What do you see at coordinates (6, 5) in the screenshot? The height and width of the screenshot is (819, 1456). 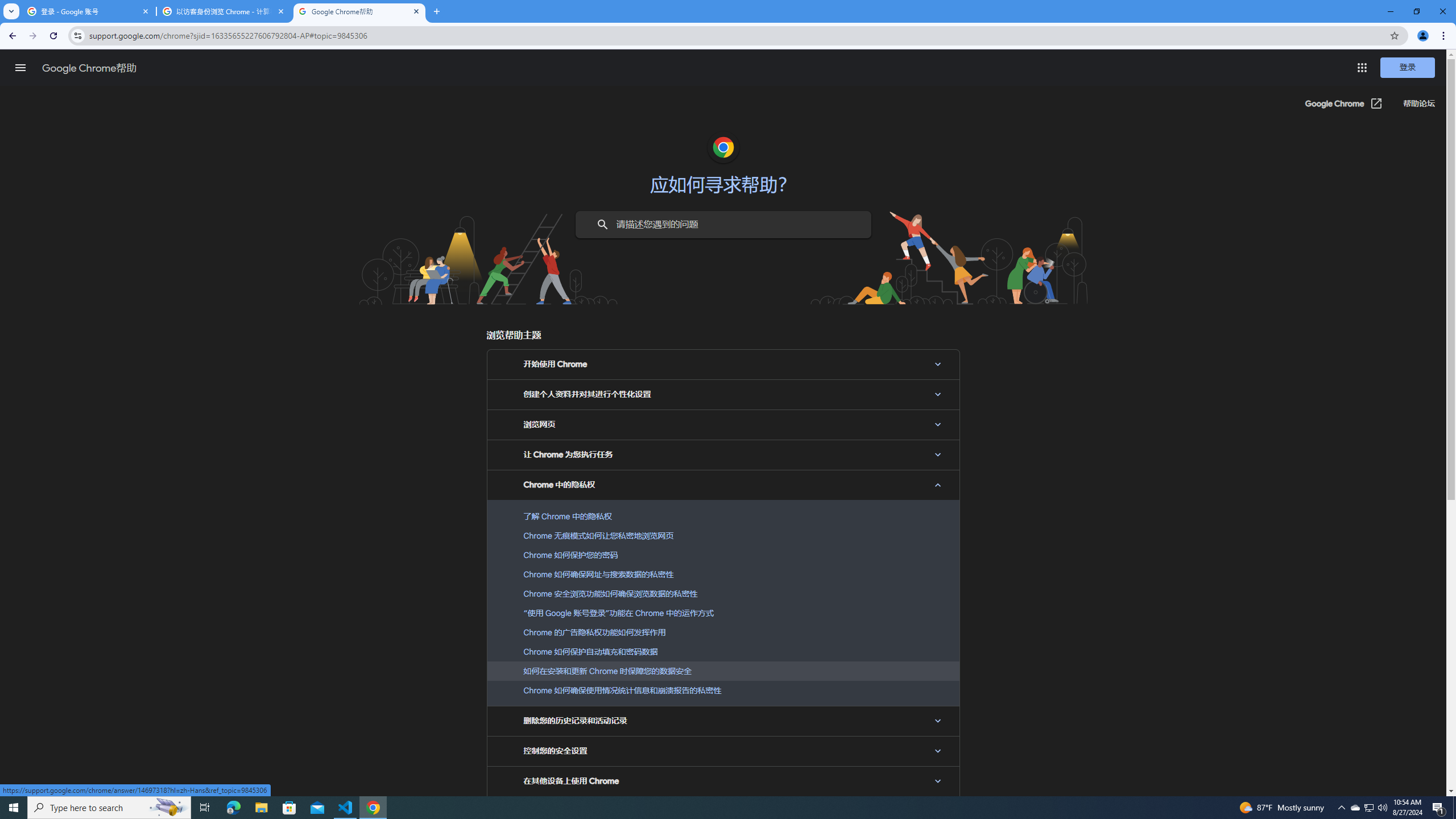 I see `'System'` at bounding box center [6, 5].